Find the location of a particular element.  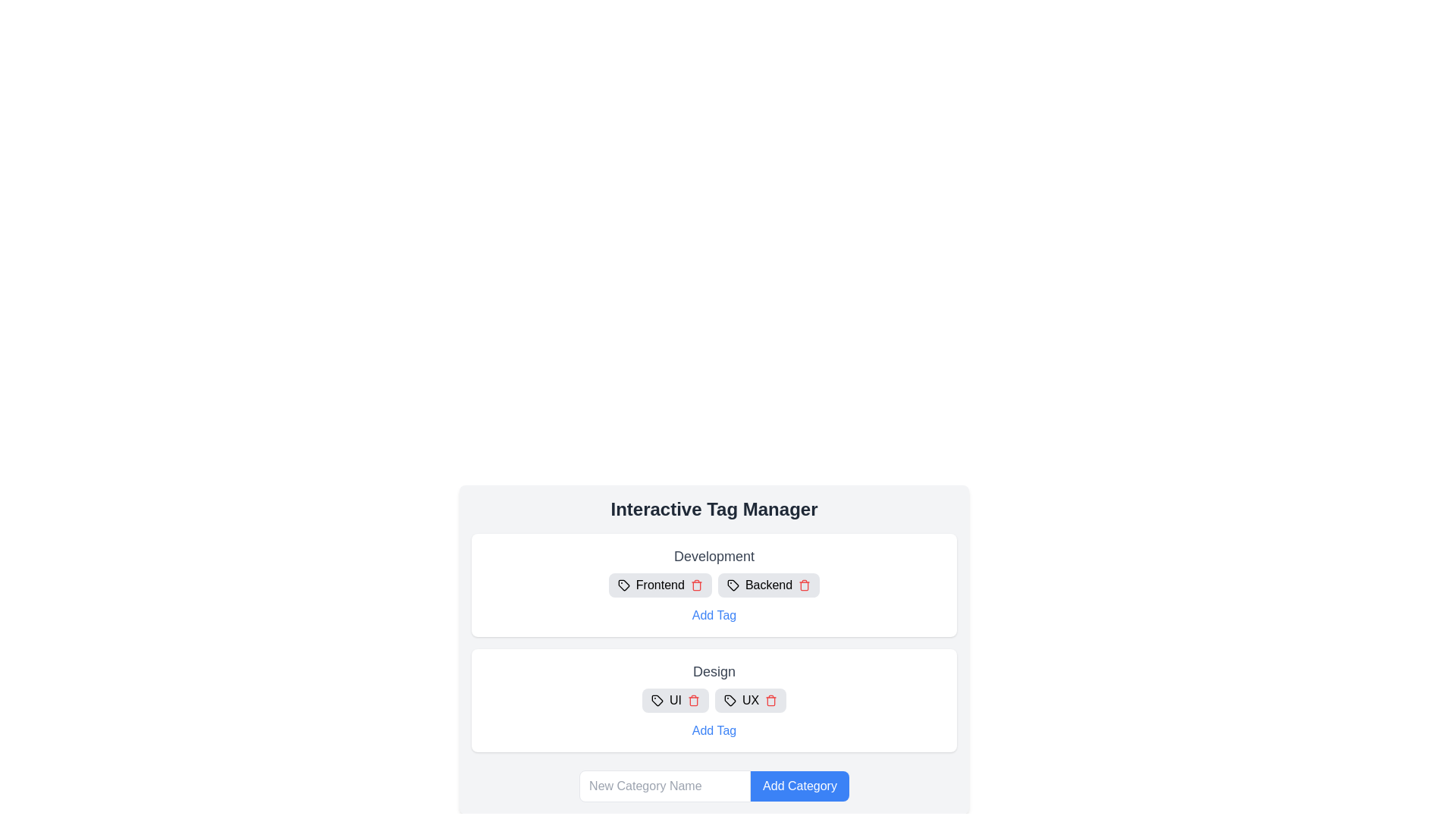

the SVG tag icon located next to the 'Frontend' label in the 'Development' segment, which serves as a decorative identifier for categorization is located at coordinates (623, 584).